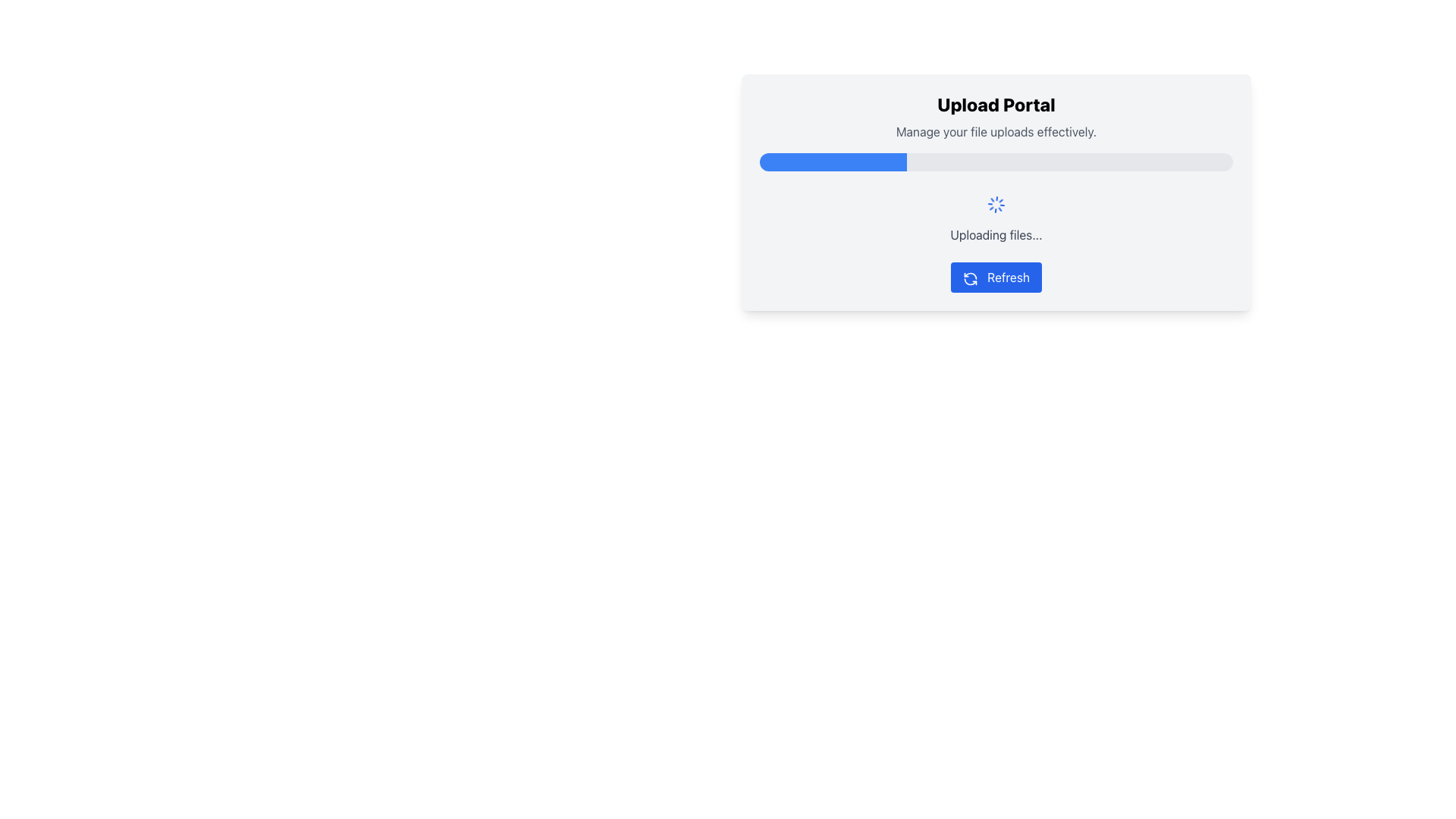 The height and width of the screenshot is (819, 1456). What do you see at coordinates (779, 162) in the screenshot?
I see `the blue section of the progress bar indicating 10% completion within the 'Upload Portal' panel` at bounding box center [779, 162].